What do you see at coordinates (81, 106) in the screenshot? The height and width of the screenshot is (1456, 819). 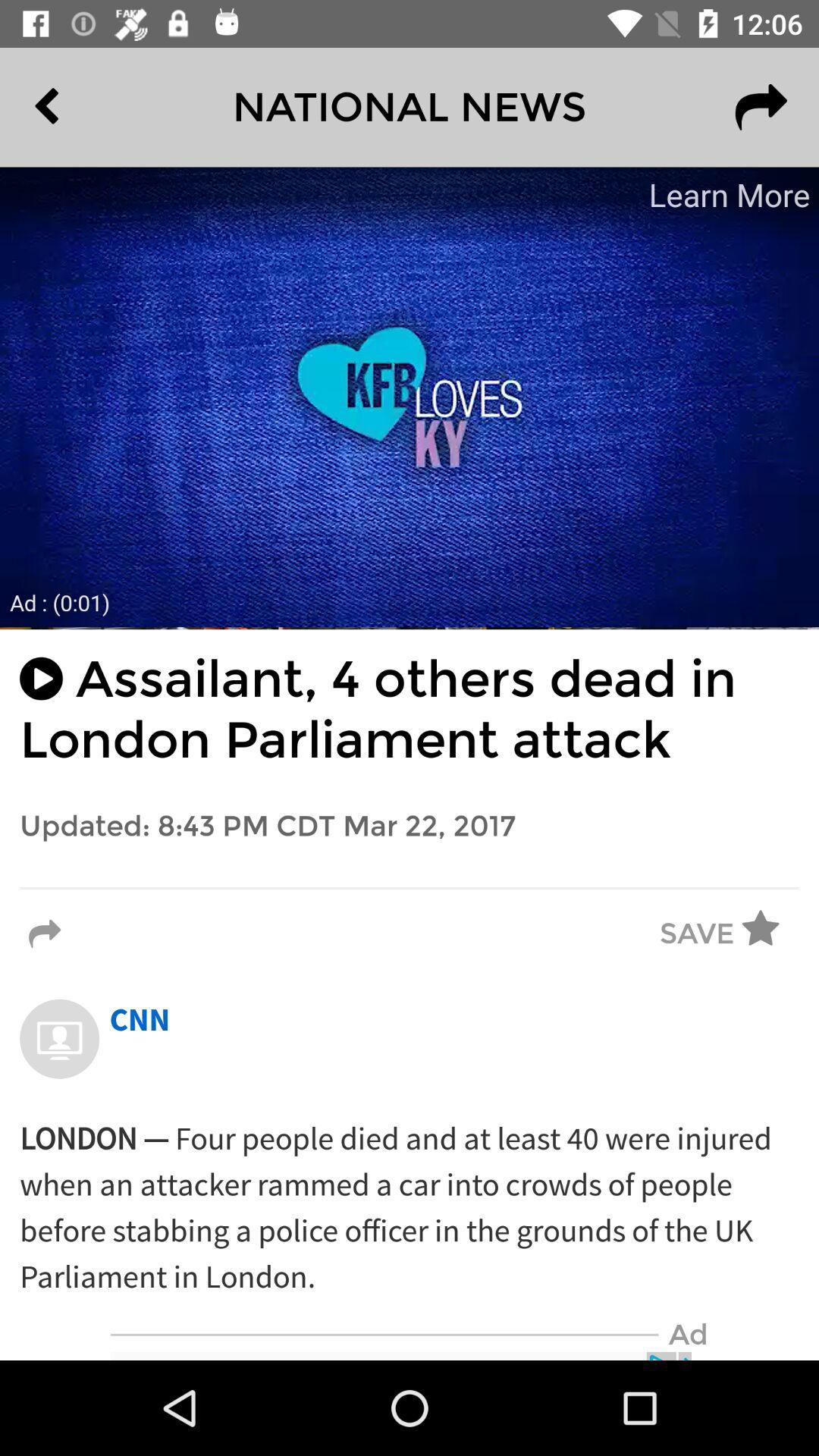 I see `the item to the left of the national news icon` at bounding box center [81, 106].